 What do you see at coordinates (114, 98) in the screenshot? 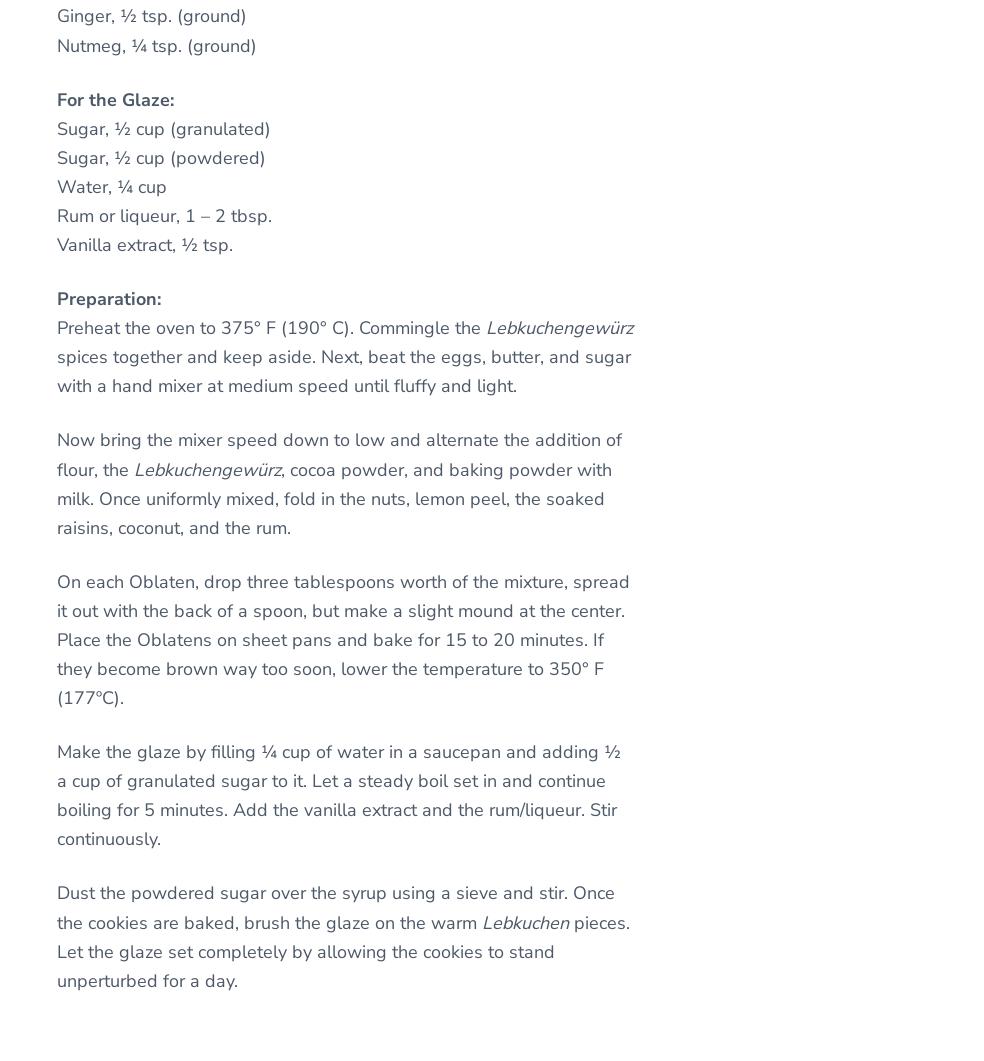
I see `'For the Glaze:'` at bounding box center [114, 98].